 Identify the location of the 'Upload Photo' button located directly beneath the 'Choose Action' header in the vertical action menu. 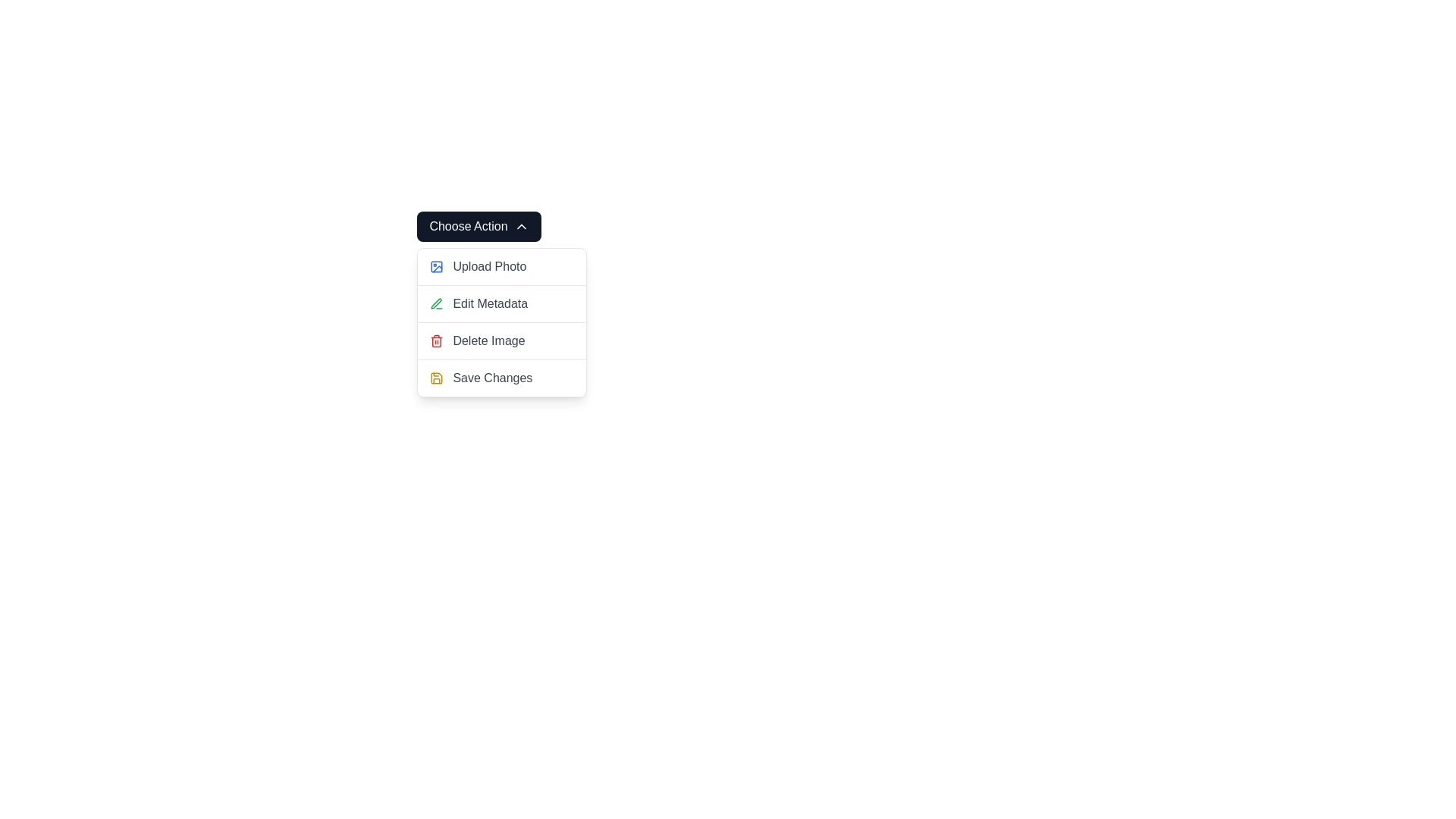
(502, 265).